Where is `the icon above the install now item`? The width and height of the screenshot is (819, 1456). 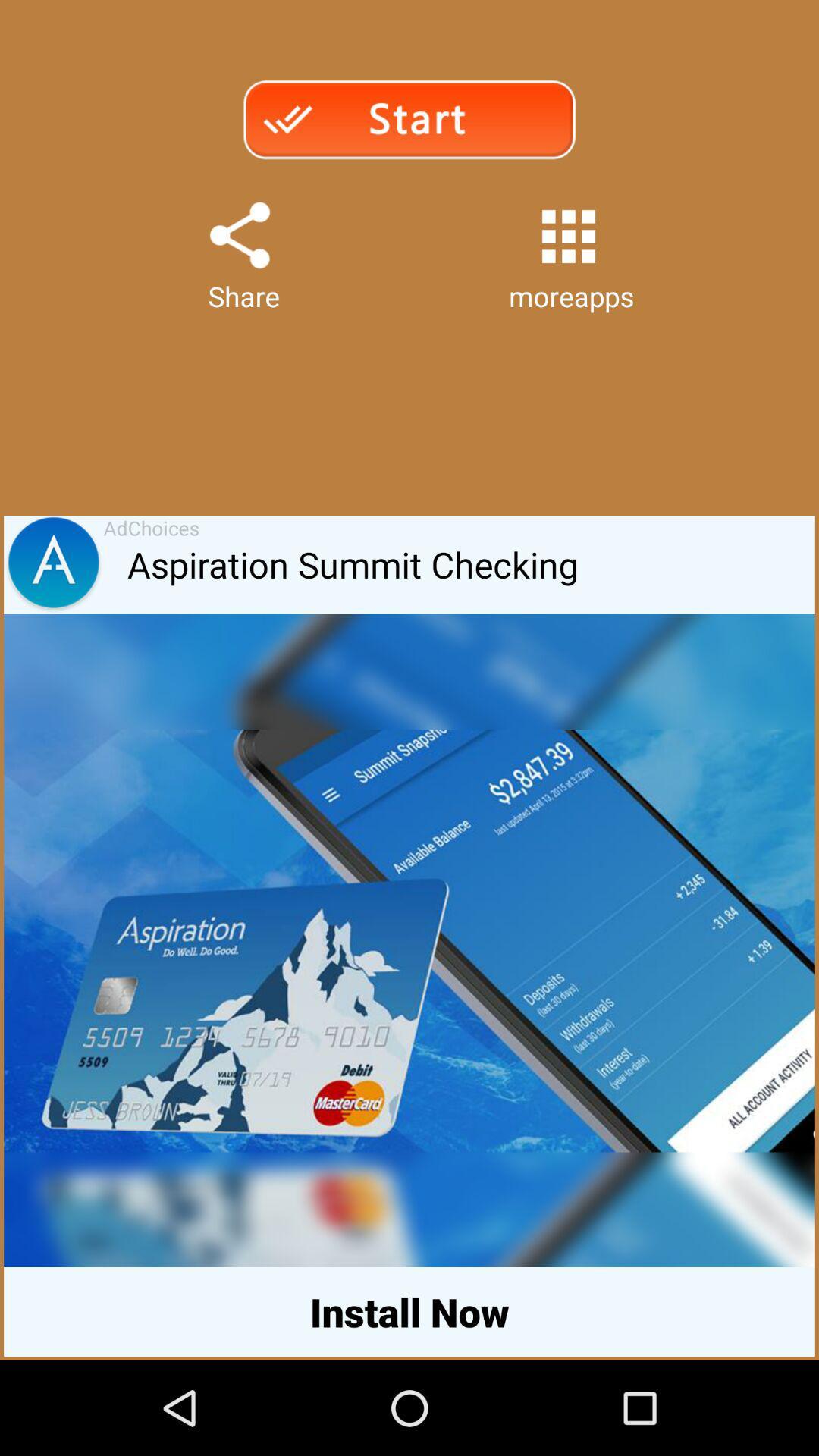
the icon above the install now item is located at coordinates (409, 1209).